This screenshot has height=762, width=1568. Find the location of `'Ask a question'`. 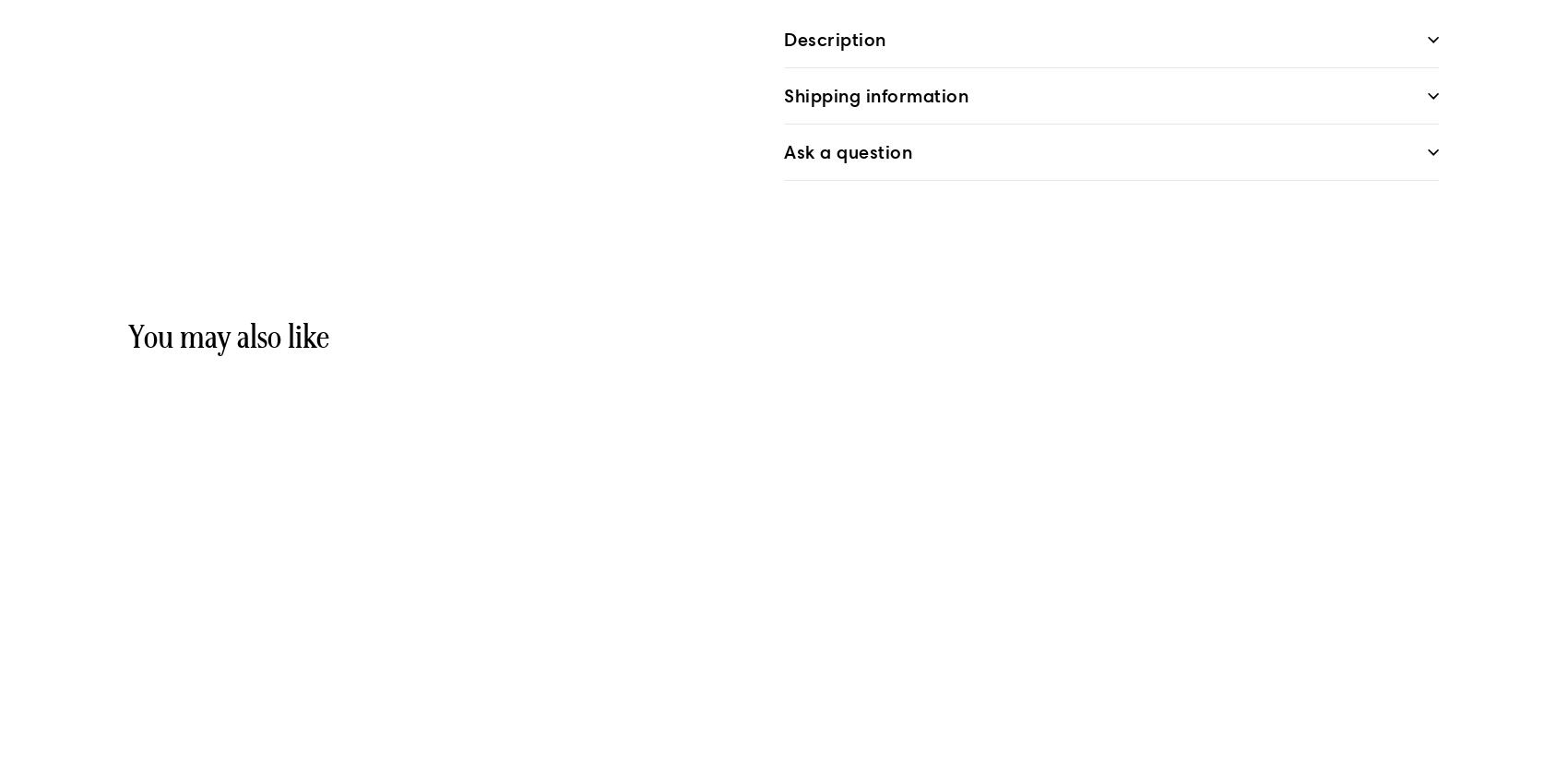

'Ask a question' is located at coordinates (784, 149).